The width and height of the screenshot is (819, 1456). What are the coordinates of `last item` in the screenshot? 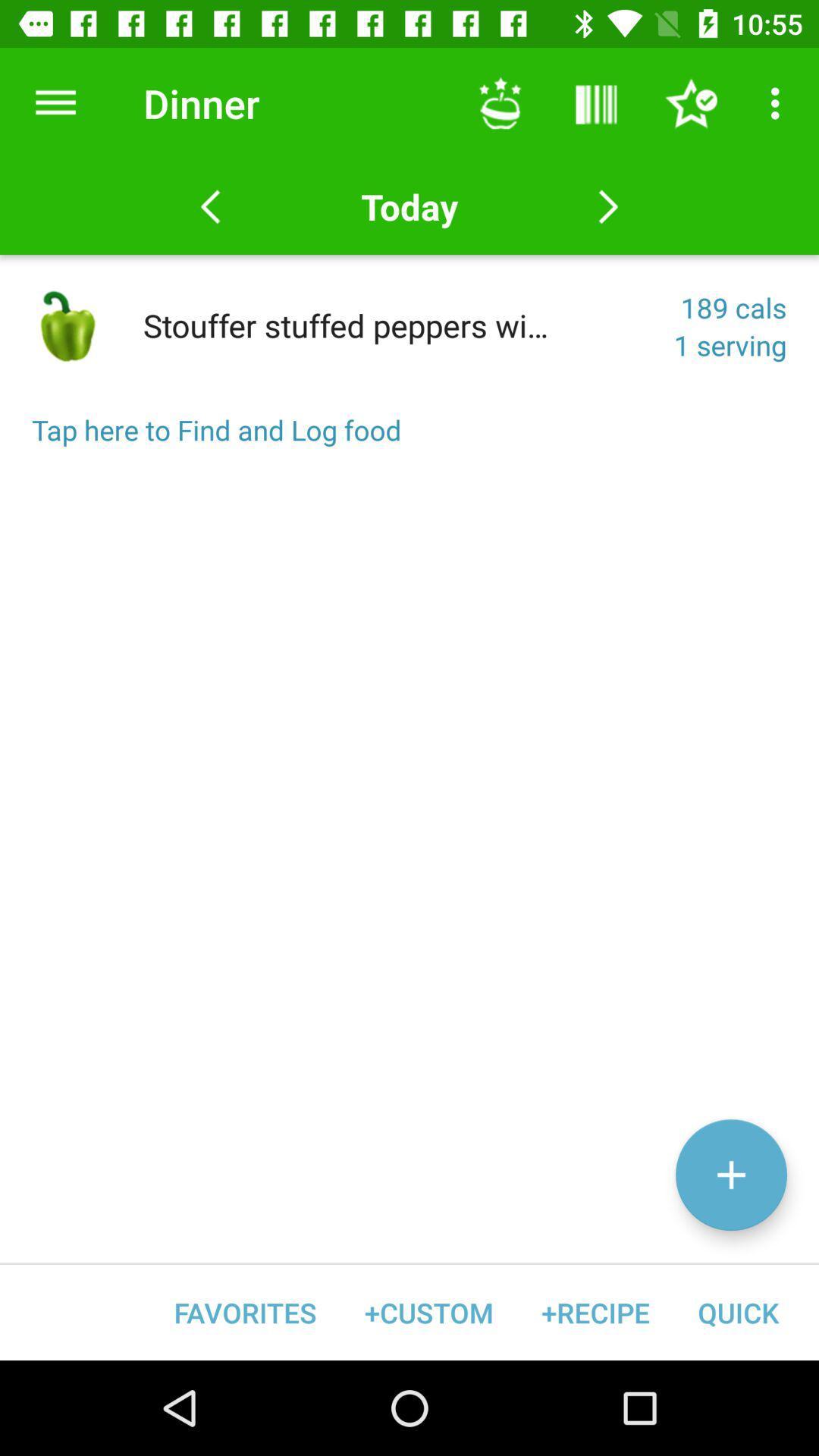 It's located at (210, 206).